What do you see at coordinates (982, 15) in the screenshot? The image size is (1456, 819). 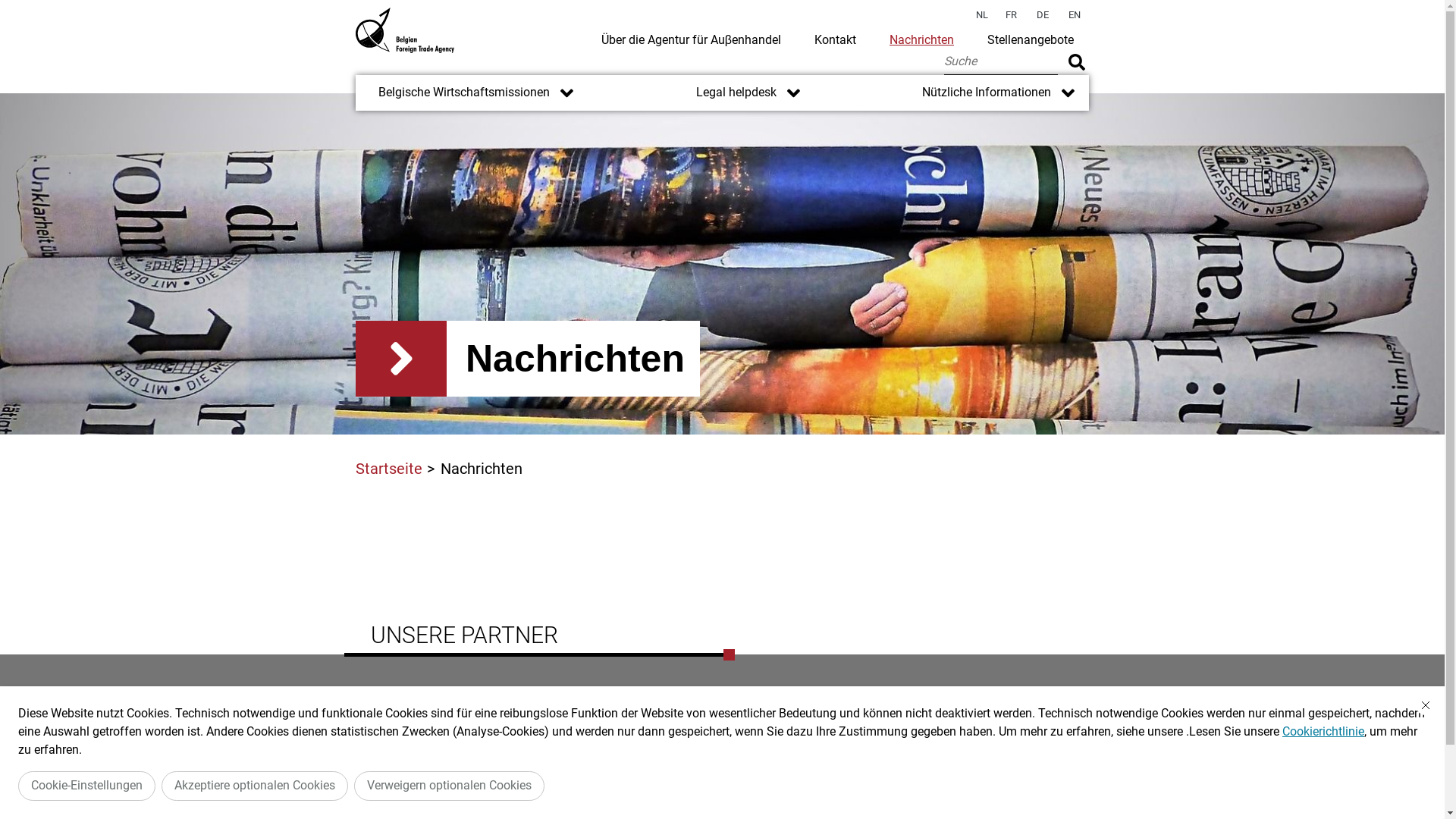 I see `'NL'` at bounding box center [982, 15].